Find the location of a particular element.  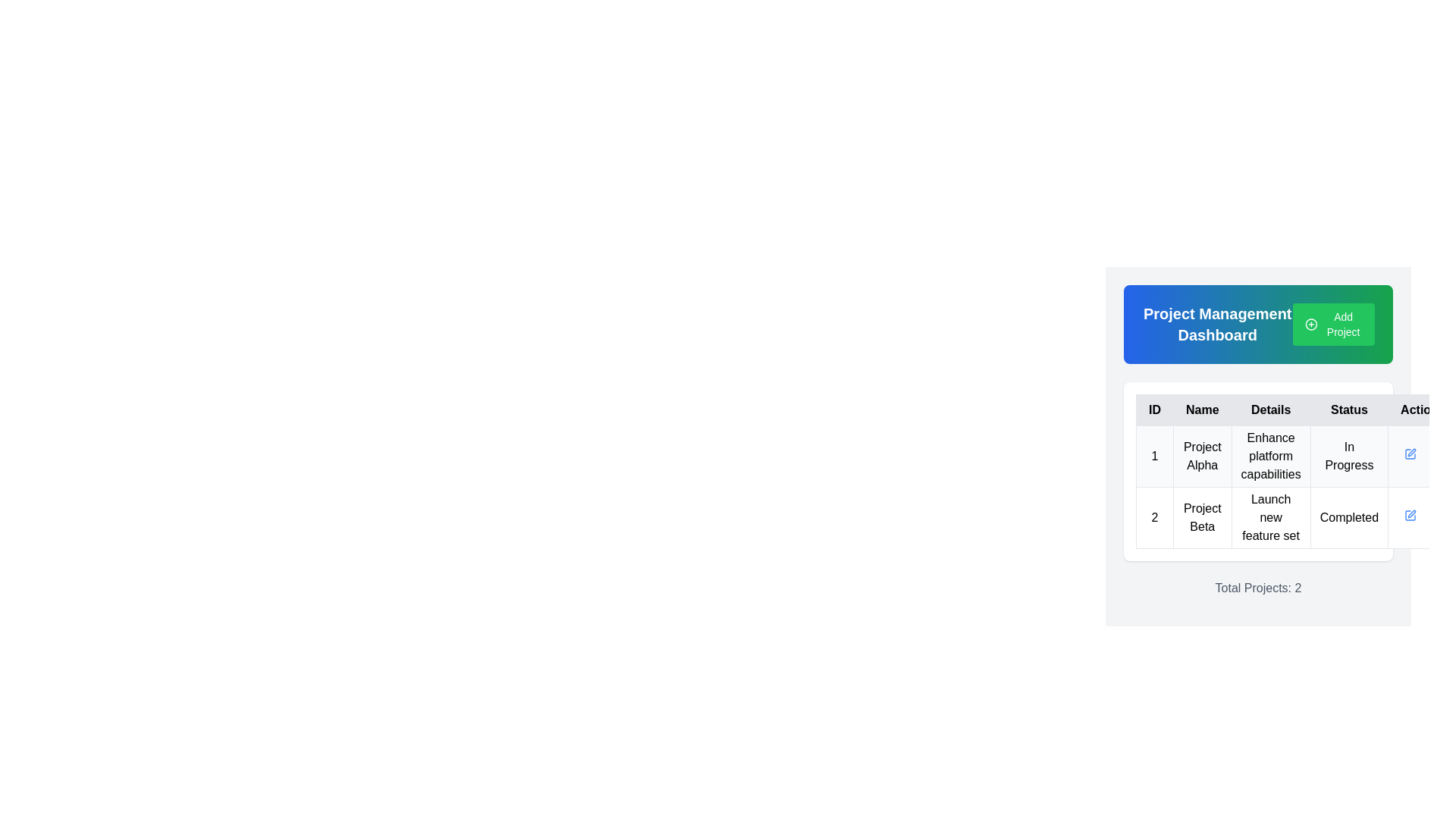

the green button labeled 'Add Project' with a plus icon, located at the top-right corner of the 'Project Management Dashboard' is located at coordinates (1333, 324).